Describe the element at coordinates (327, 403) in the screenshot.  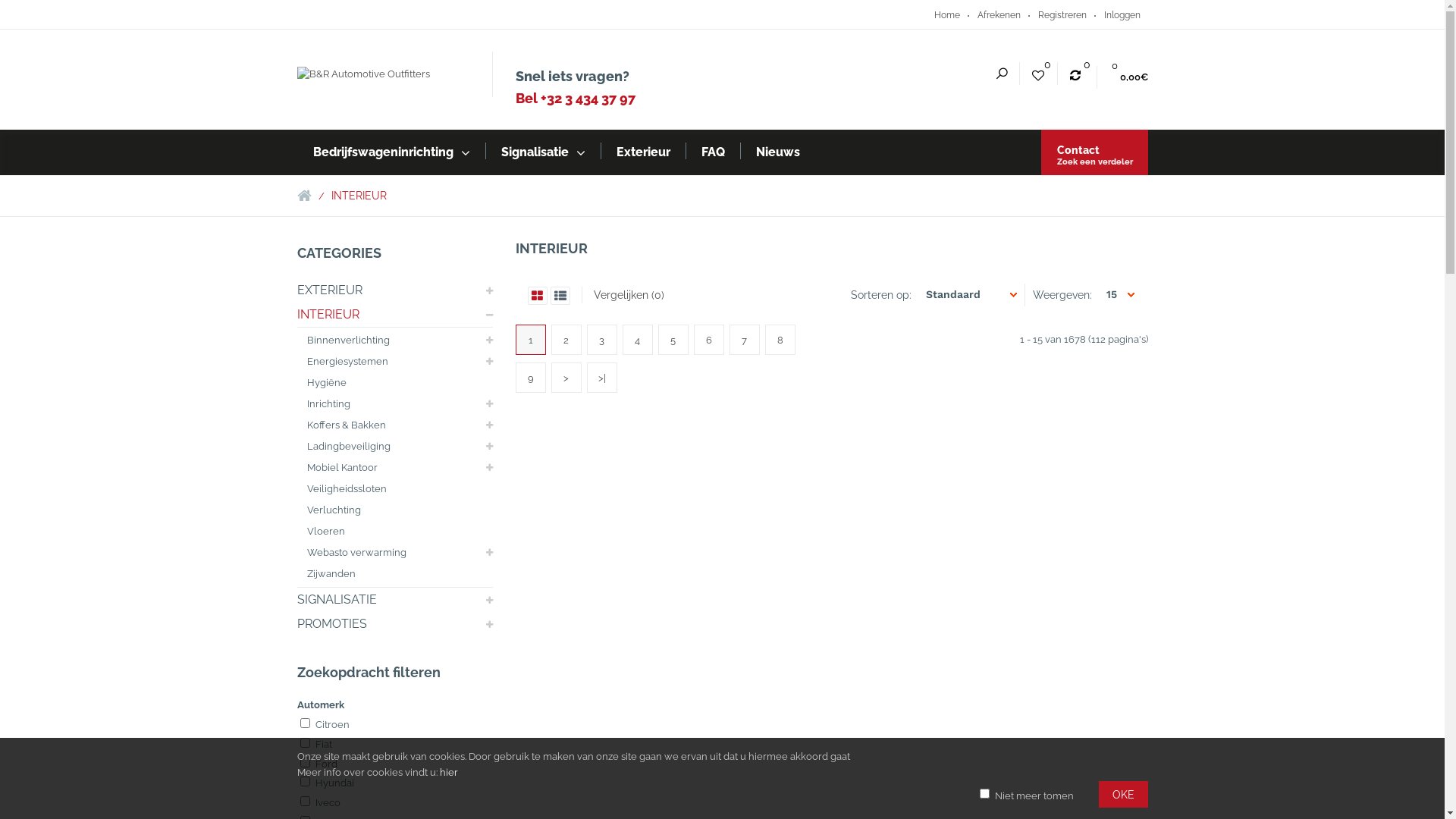
I see `'Inrichting'` at that location.